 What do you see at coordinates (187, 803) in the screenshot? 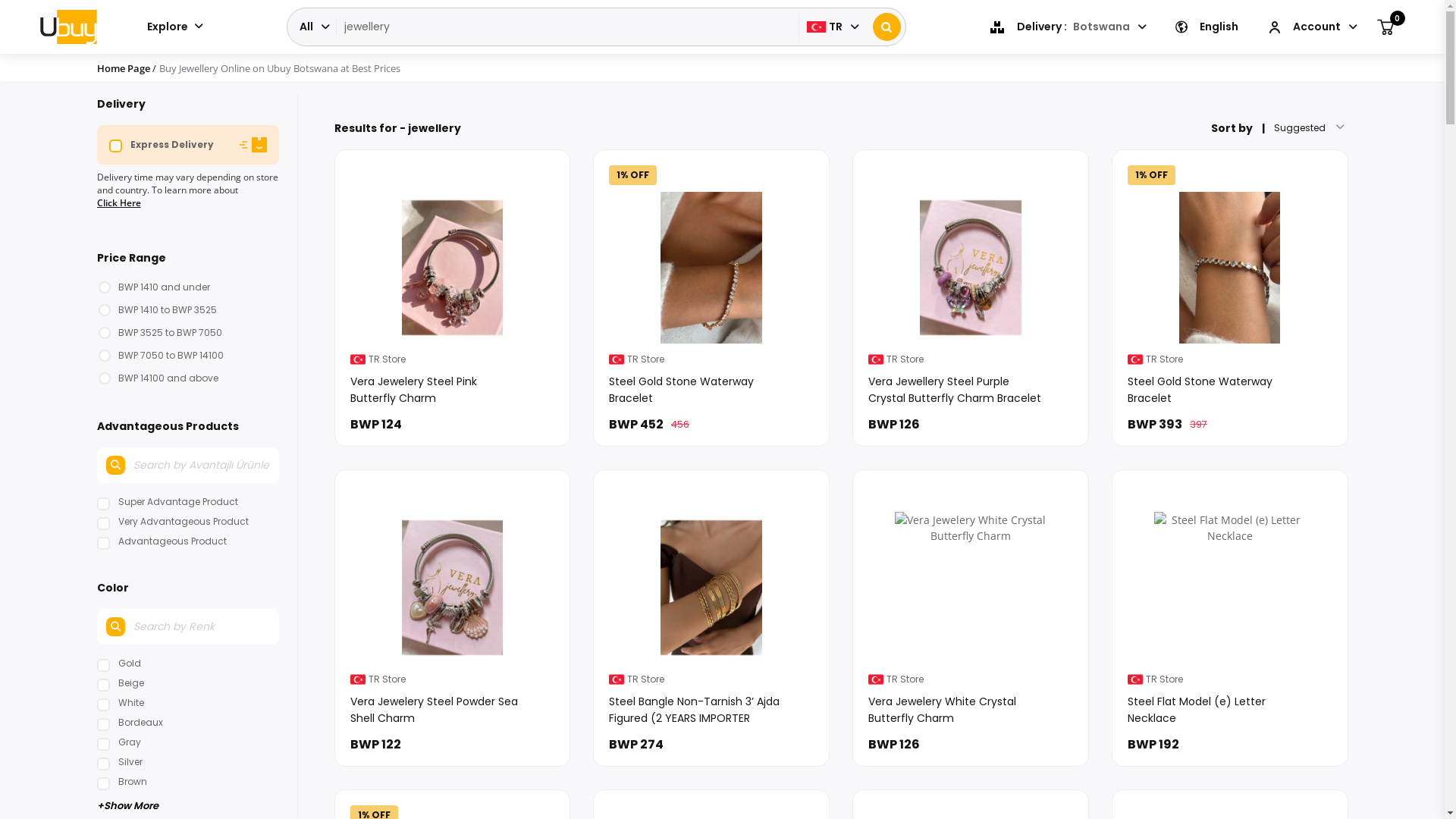
I see `'+Show More'` at bounding box center [187, 803].